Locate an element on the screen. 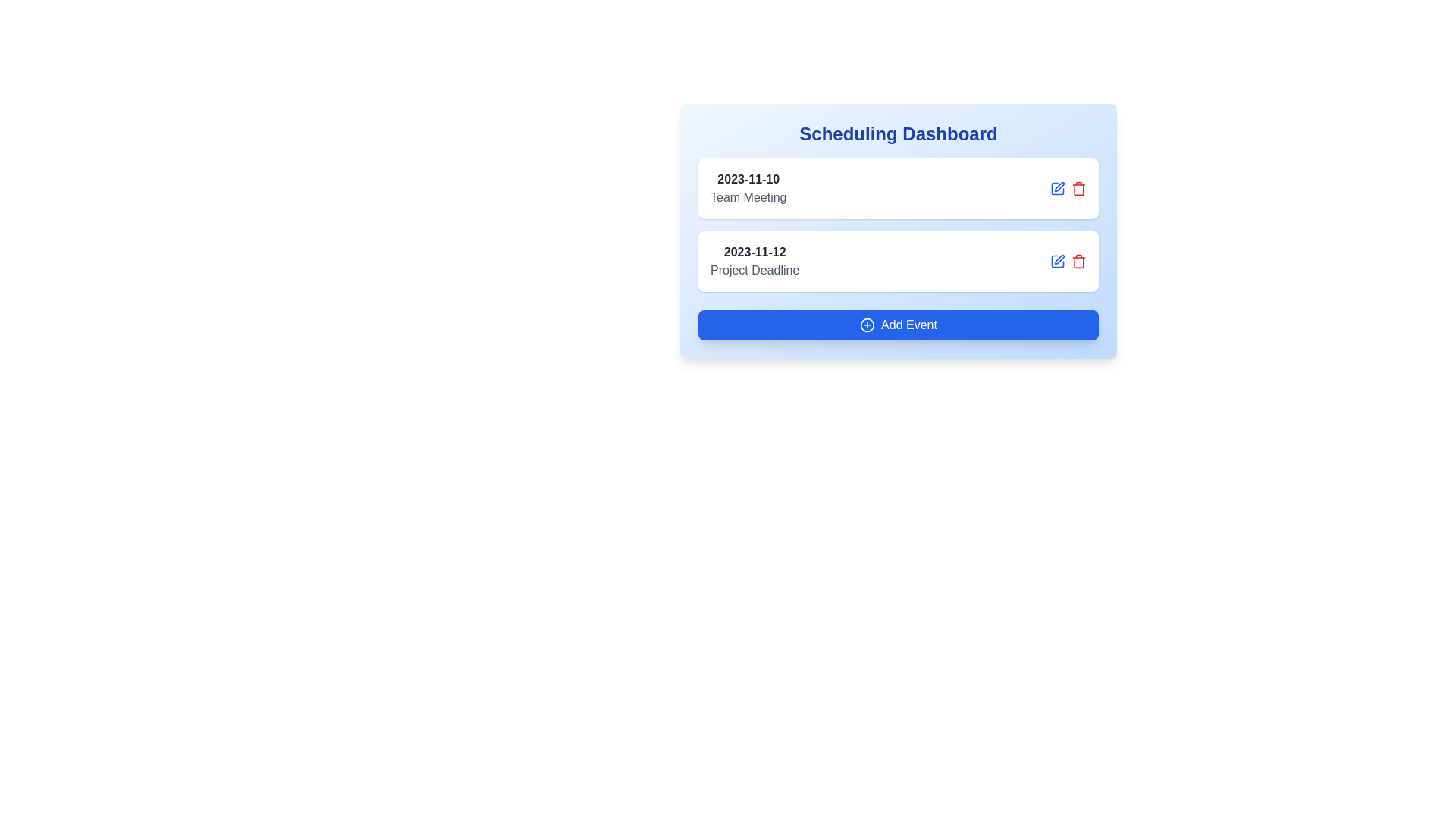 The height and width of the screenshot is (819, 1456). the text block displaying the date '2023-11-10' and event title 'Team Meeting', which is the first entry inside a card within the Scheduling Dashboard is located at coordinates (748, 188).